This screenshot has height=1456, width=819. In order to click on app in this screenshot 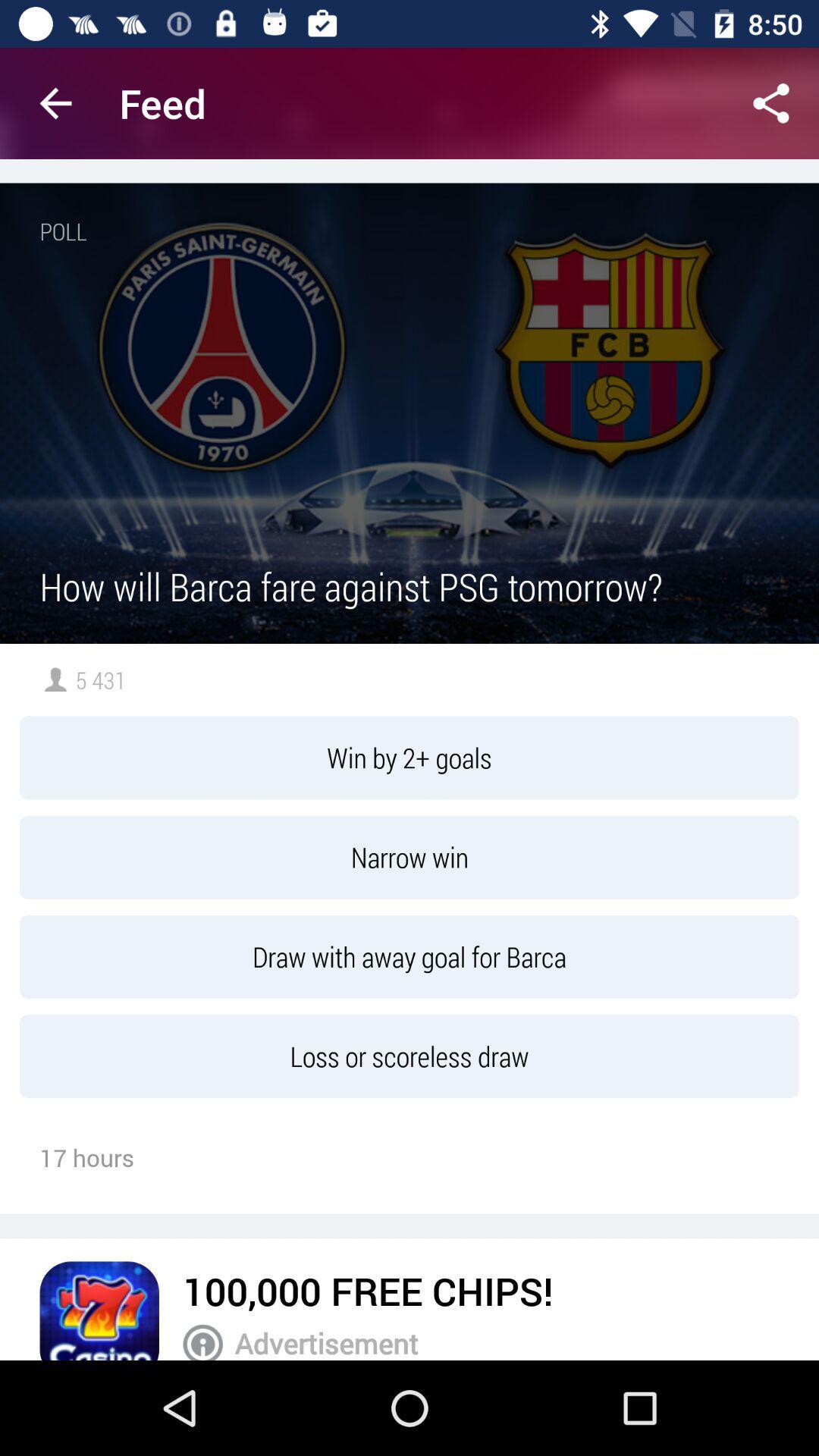, I will do `click(99, 1310)`.